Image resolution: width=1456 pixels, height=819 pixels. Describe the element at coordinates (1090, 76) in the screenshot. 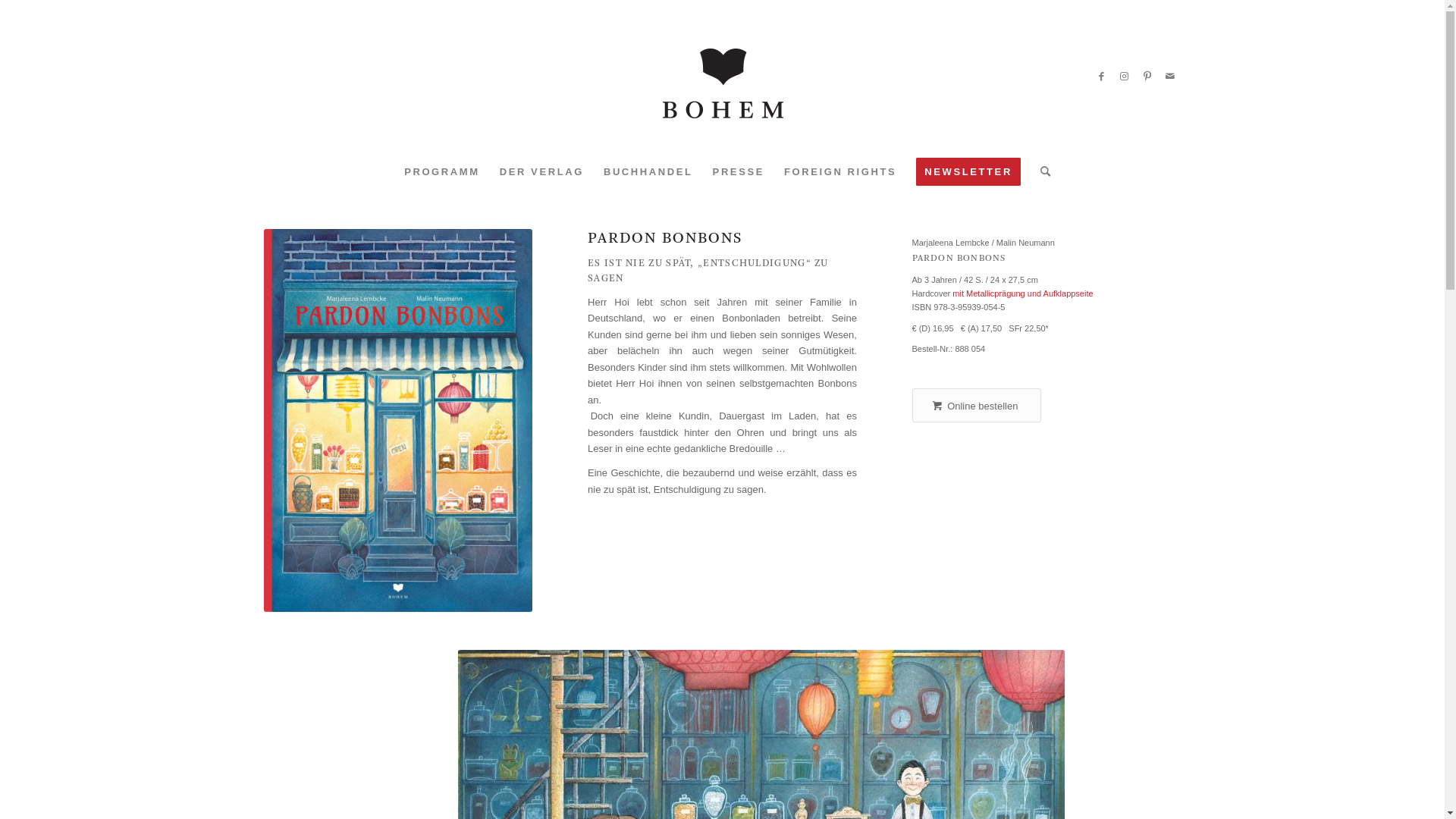

I see `'Facebook'` at that location.